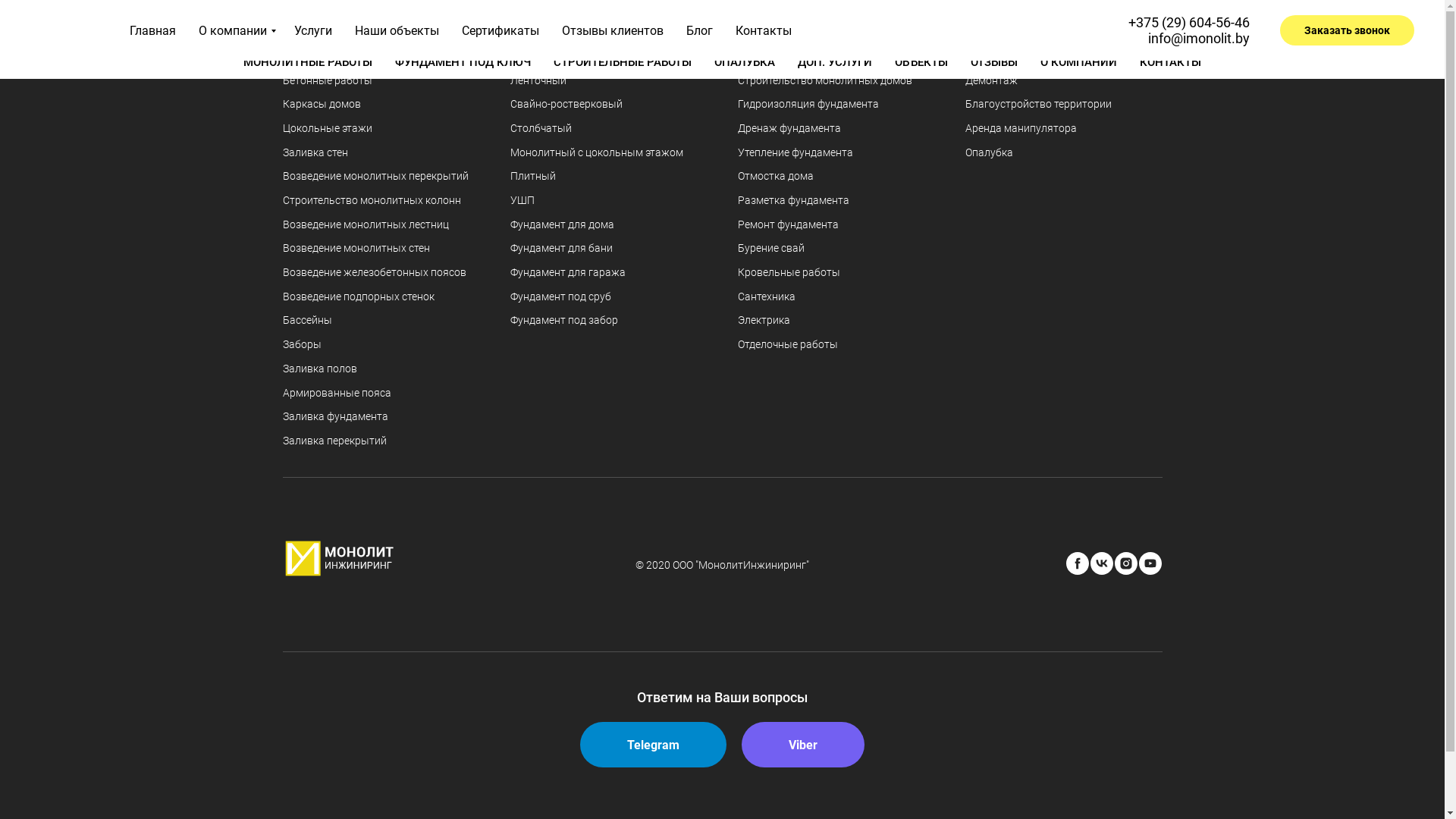 The image size is (1456, 819). I want to click on '+375 (29) 604-56-46', so click(1188, 15).